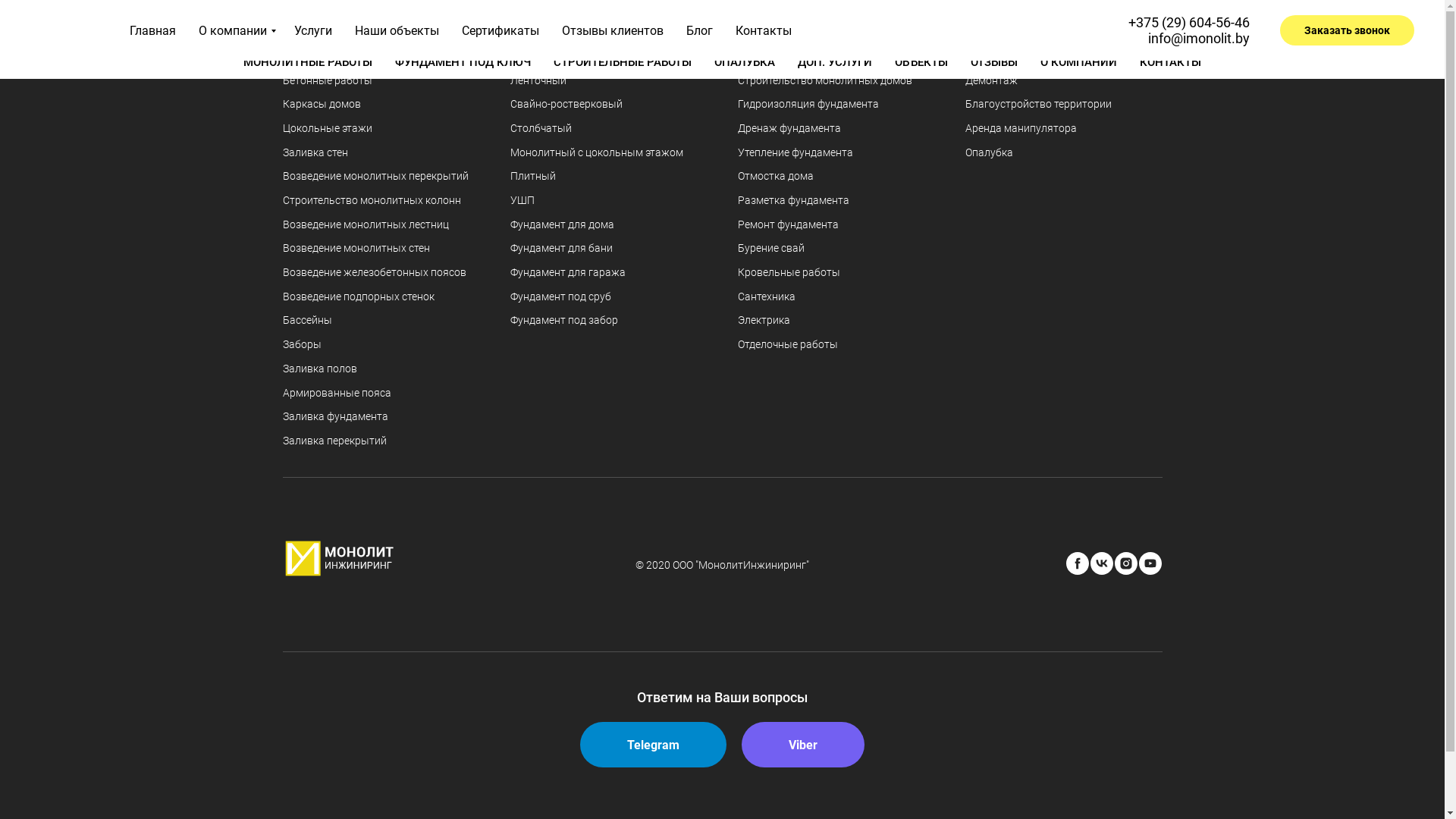 The image size is (1456, 819). I want to click on '+375 (29) 604-56-46', so click(1188, 15).